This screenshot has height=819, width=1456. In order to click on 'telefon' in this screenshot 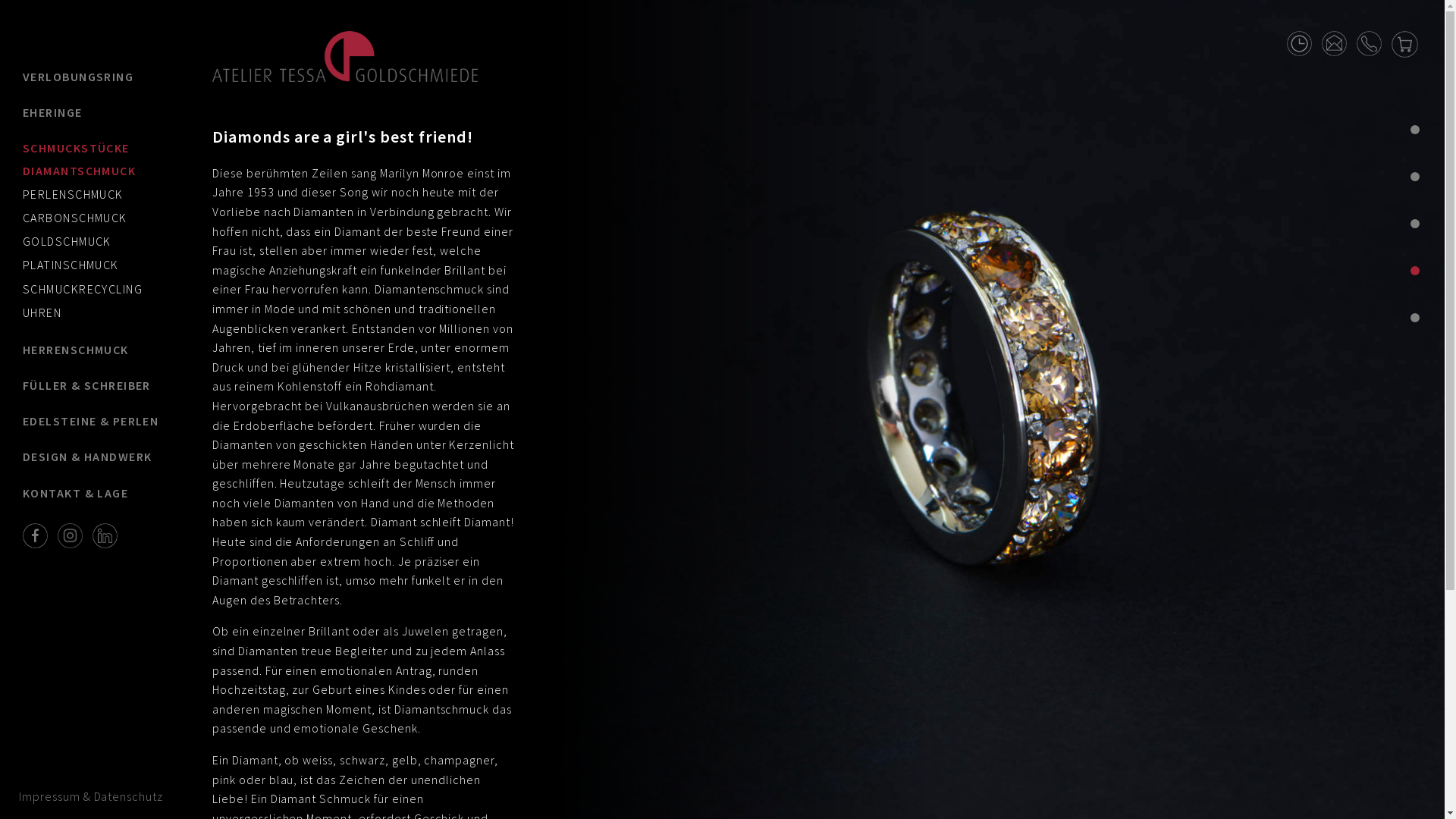, I will do `click(1369, 40)`.